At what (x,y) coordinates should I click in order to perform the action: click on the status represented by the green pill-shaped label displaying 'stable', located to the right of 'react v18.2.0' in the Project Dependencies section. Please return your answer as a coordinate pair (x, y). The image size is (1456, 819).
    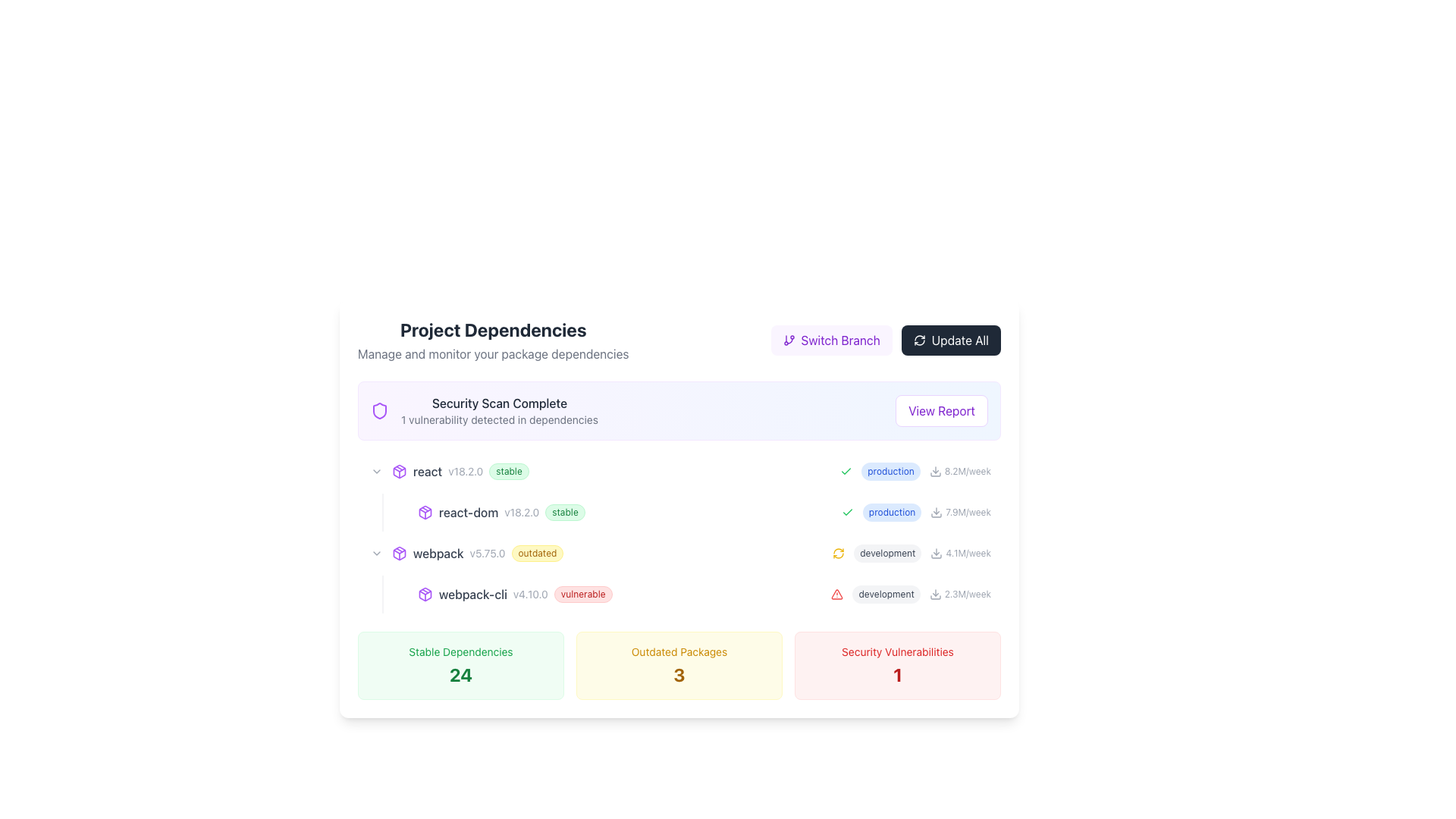
    Looking at the image, I should click on (509, 470).